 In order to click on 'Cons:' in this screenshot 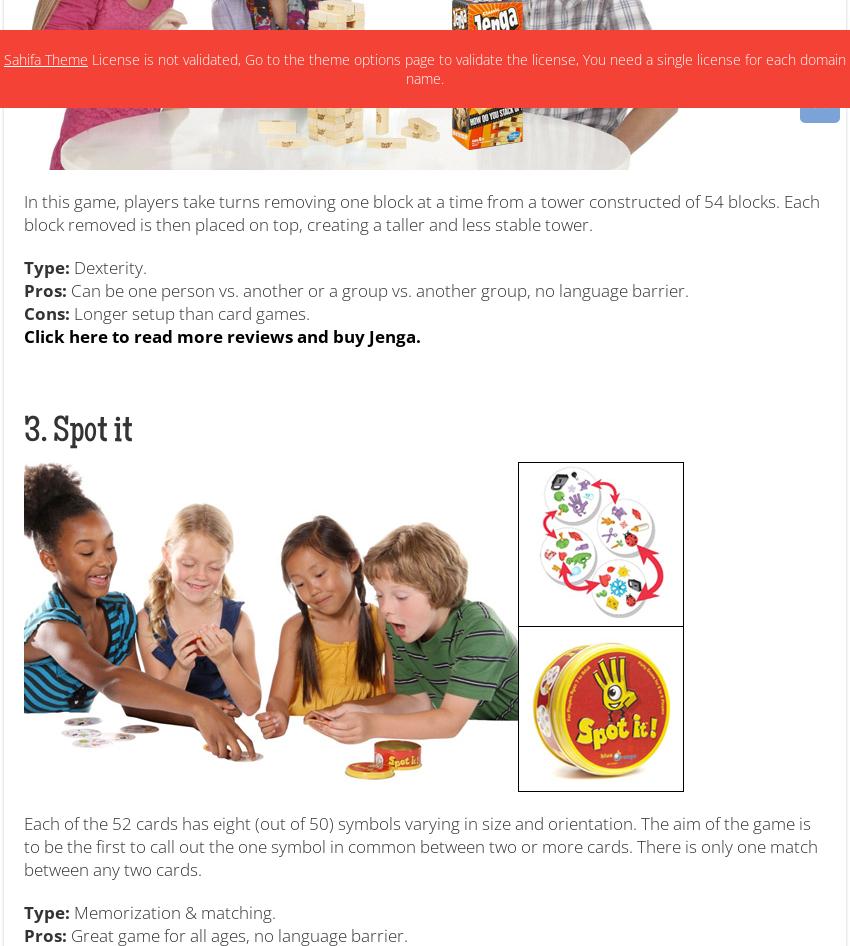, I will do `click(47, 311)`.